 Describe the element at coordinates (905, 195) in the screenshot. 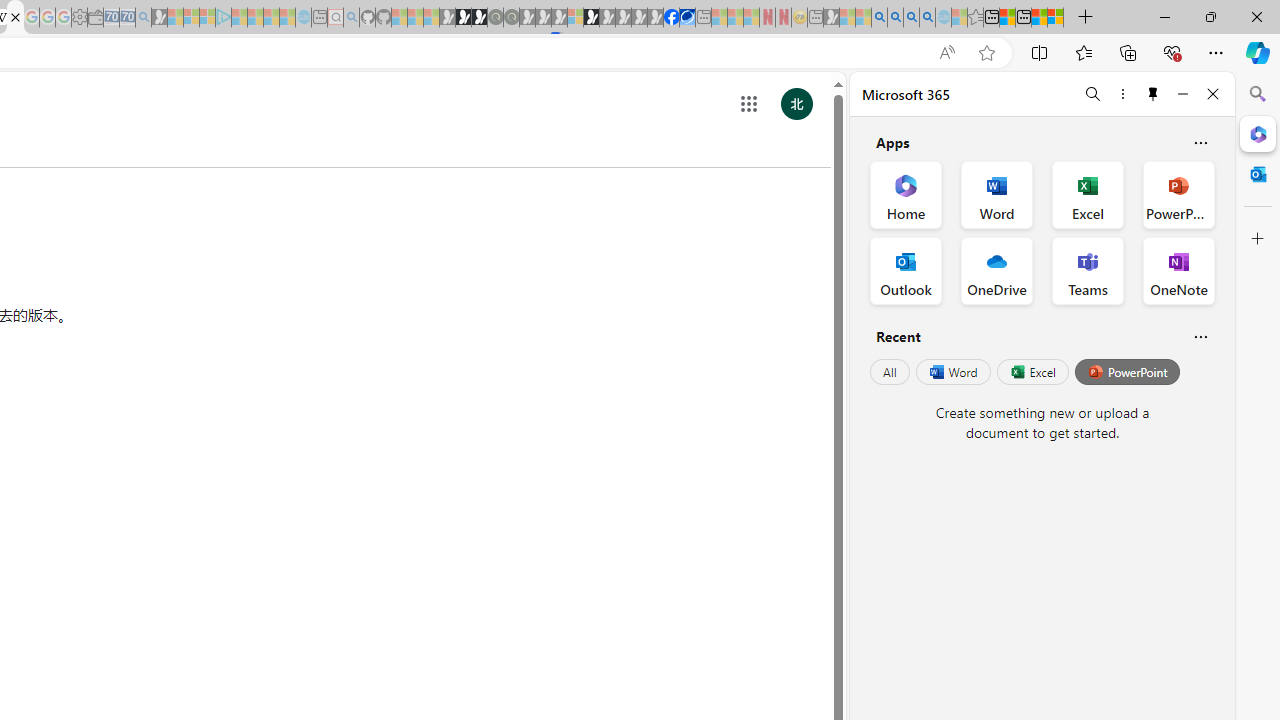

I see `'Home Office App'` at that location.